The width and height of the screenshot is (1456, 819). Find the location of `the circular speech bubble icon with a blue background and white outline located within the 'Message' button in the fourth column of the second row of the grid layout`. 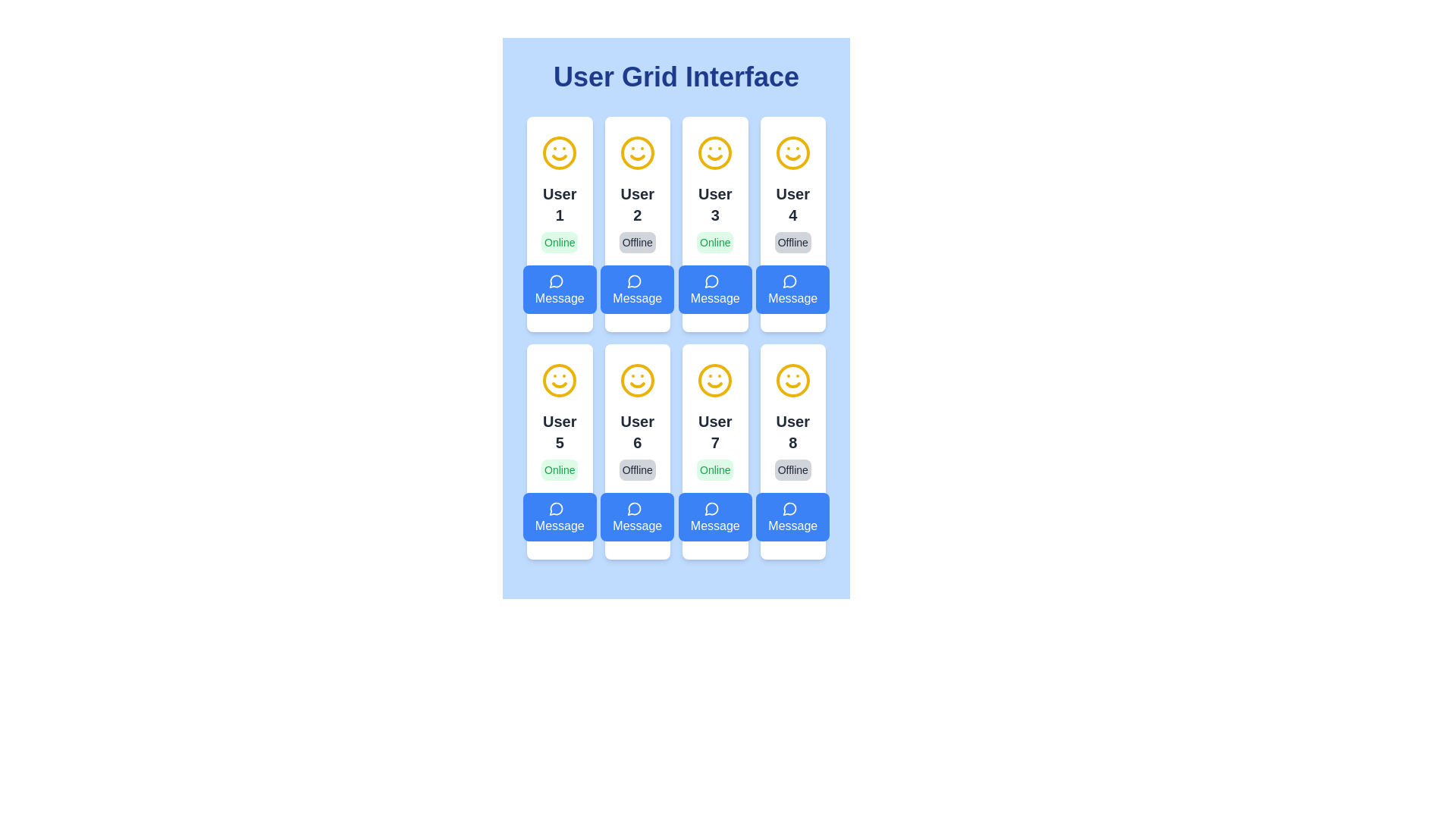

the circular speech bubble icon with a blue background and white outline located within the 'Message' button in the fourth column of the second row of the grid layout is located at coordinates (789, 508).